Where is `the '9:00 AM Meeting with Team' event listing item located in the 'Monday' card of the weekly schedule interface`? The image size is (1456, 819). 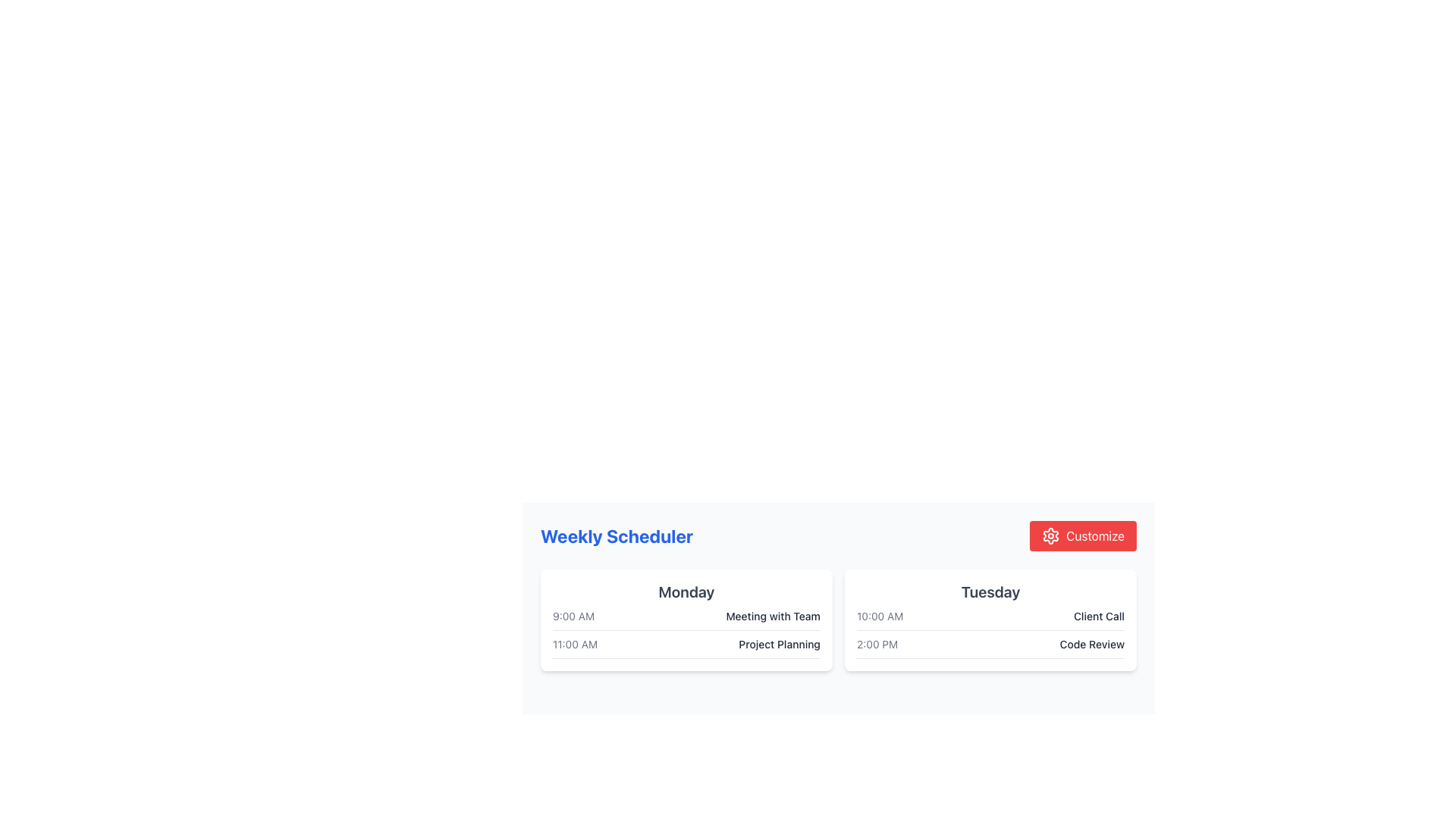
the '9:00 AM Meeting with Team' event listing item located in the 'Monday' card of the weekly schedule interface is located at coordinates (686, 617).